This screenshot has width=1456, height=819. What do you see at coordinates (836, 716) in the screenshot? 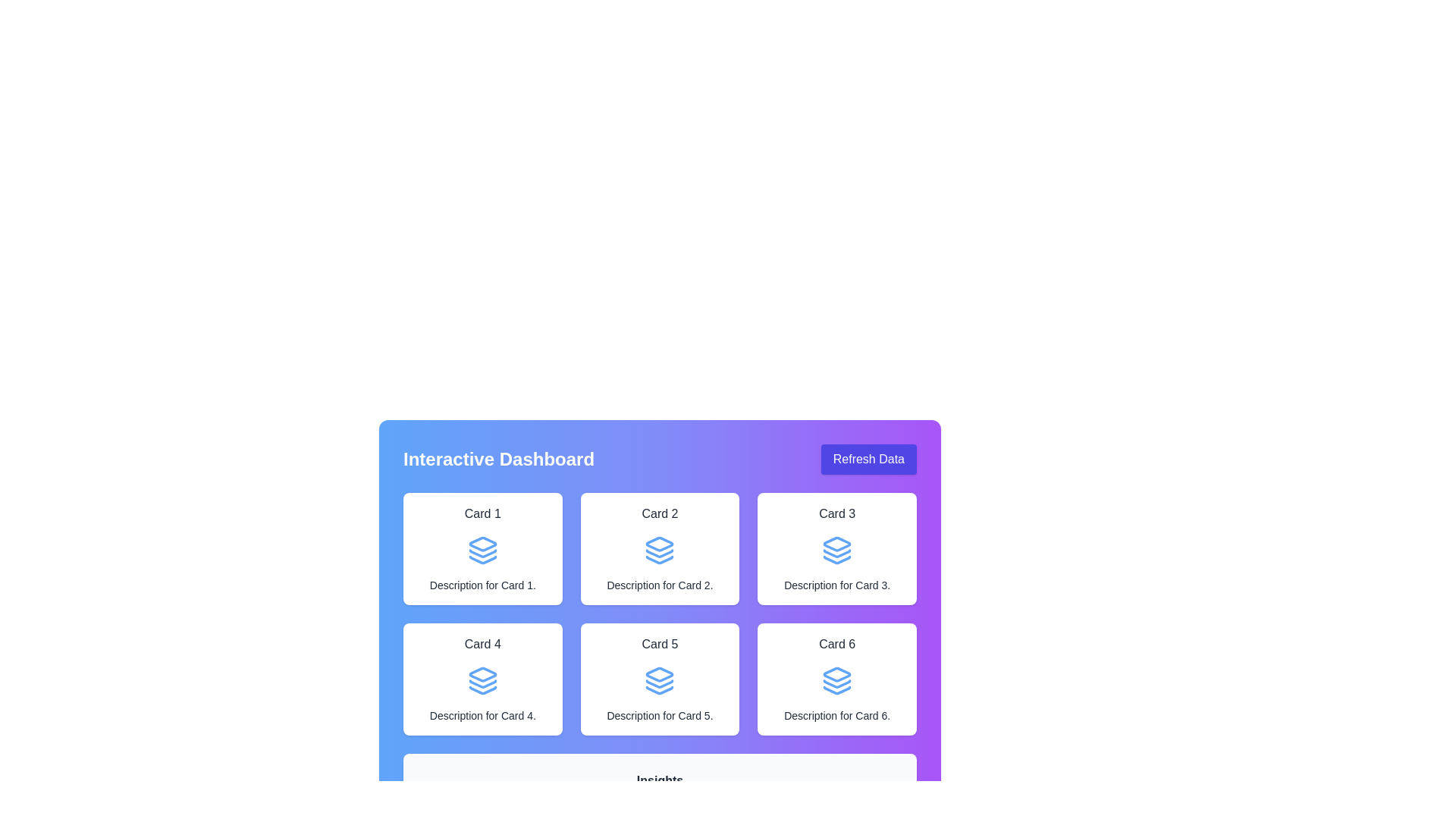
I see `the text element displaying 'Description for Card 6' located at the bottom of the sixth card in a dashboard layout` at bounding box center [836, 716].